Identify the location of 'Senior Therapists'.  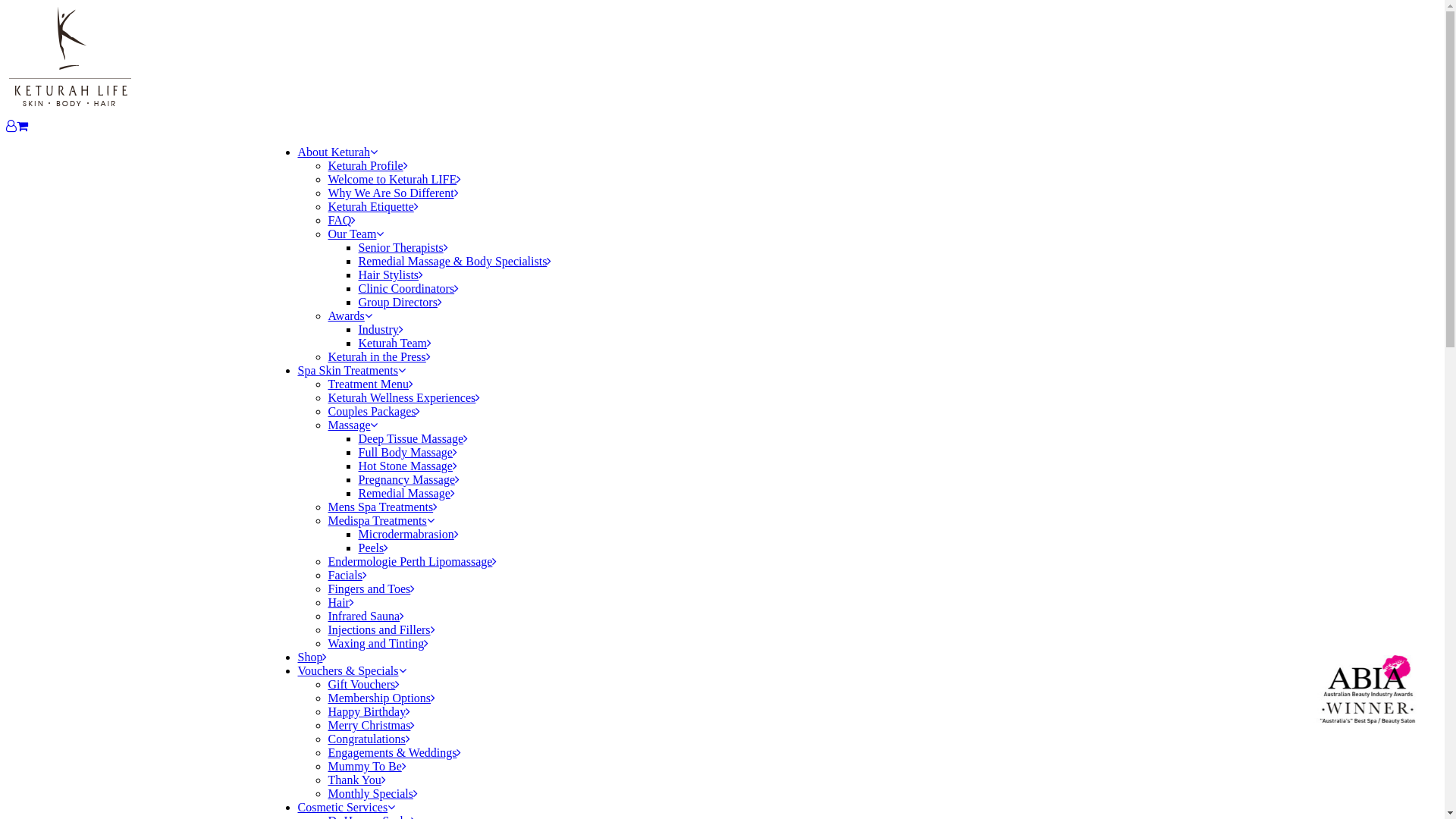
(403, 246).